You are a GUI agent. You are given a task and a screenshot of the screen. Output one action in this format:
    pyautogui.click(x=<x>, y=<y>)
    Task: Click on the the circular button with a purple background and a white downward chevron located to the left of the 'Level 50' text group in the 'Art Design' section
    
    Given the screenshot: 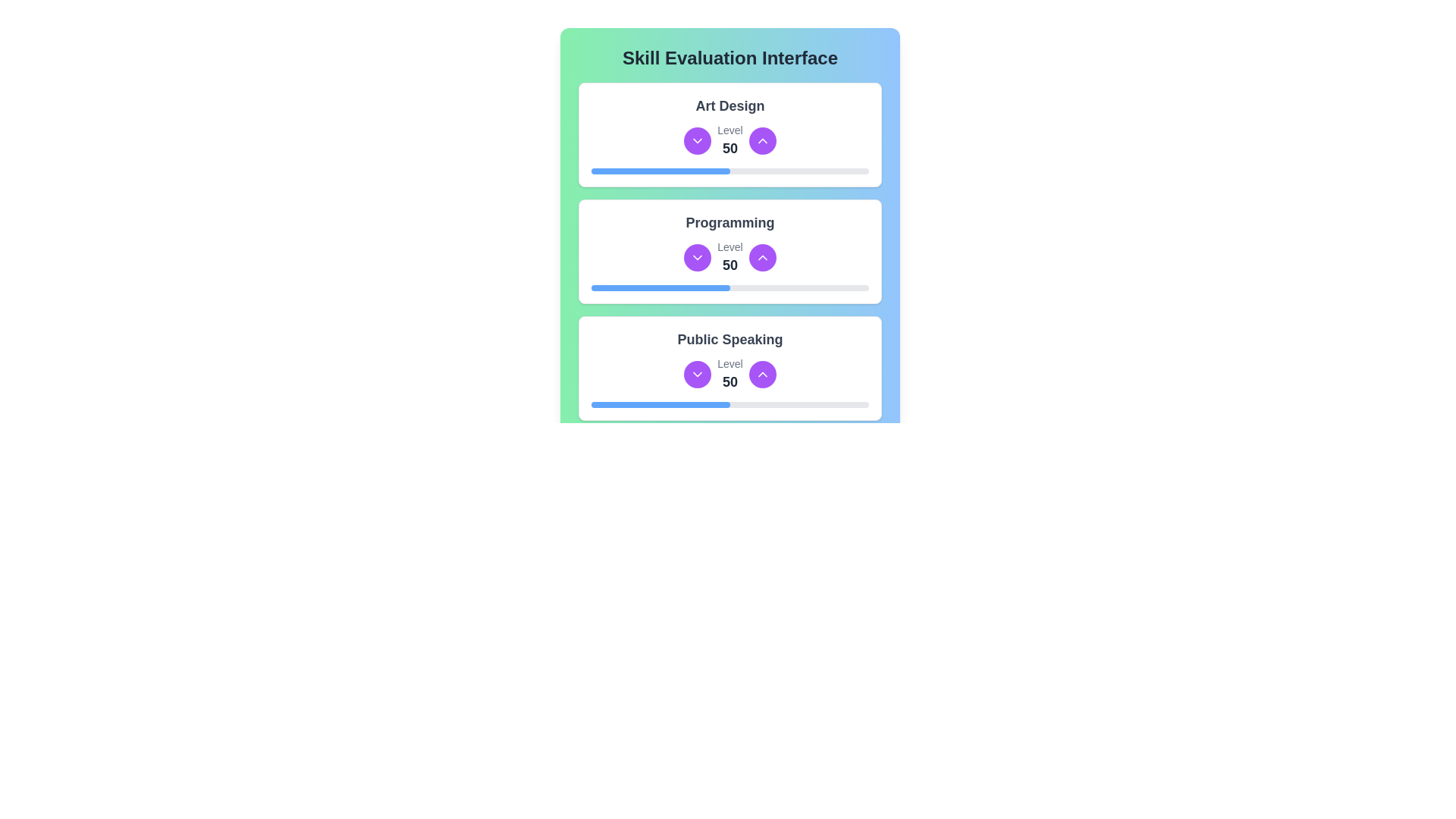 What is the action you would take?
    pyautogui.click(x=697, y=140)
    